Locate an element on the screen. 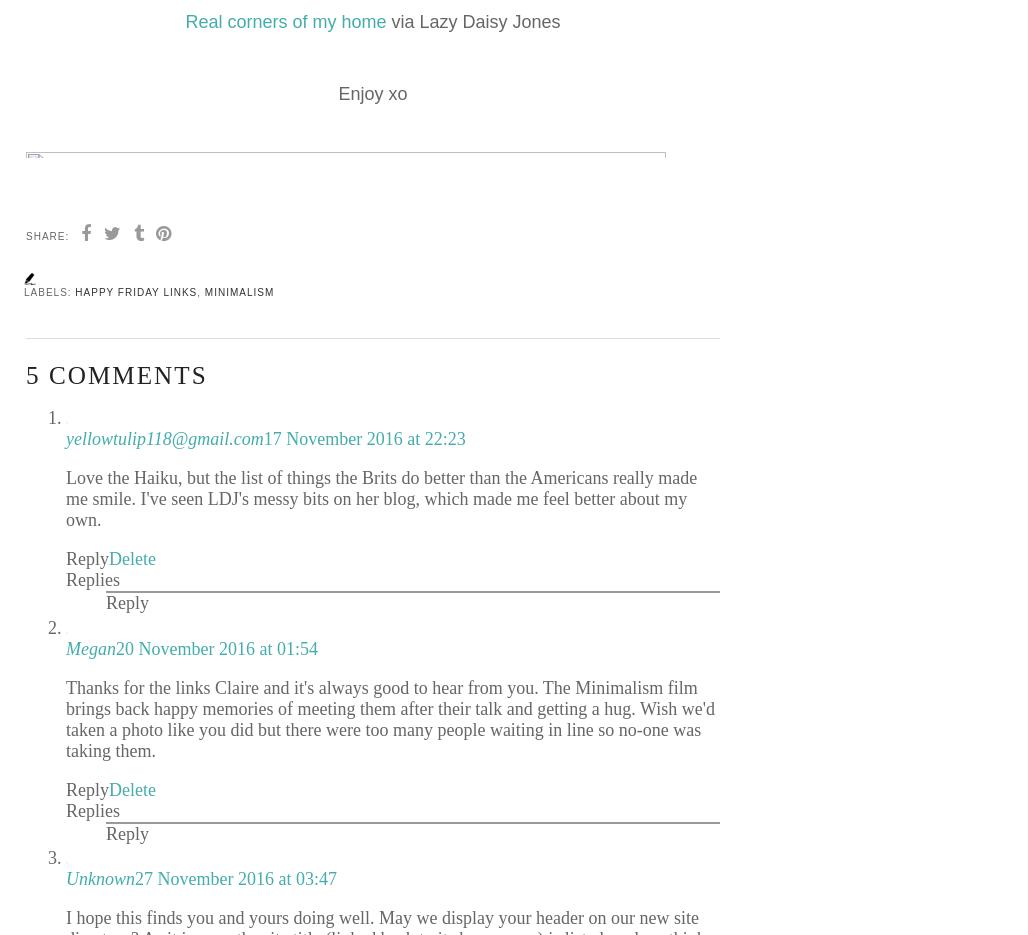 This screenshot has height=935, width=1028. 'Labels:' is located at coordinates (49, 291).